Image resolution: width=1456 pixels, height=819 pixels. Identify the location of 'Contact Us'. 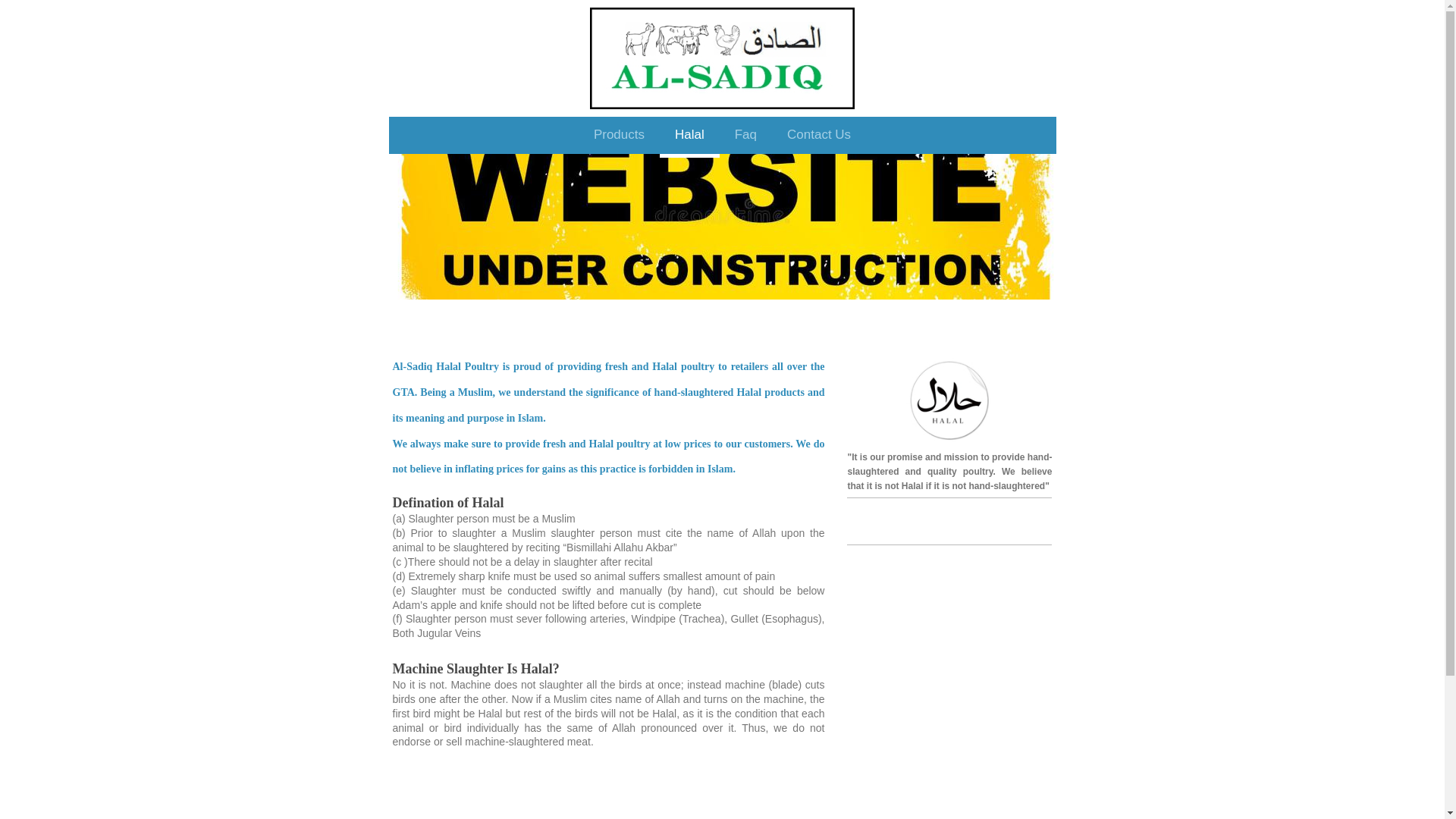
(818, 137).